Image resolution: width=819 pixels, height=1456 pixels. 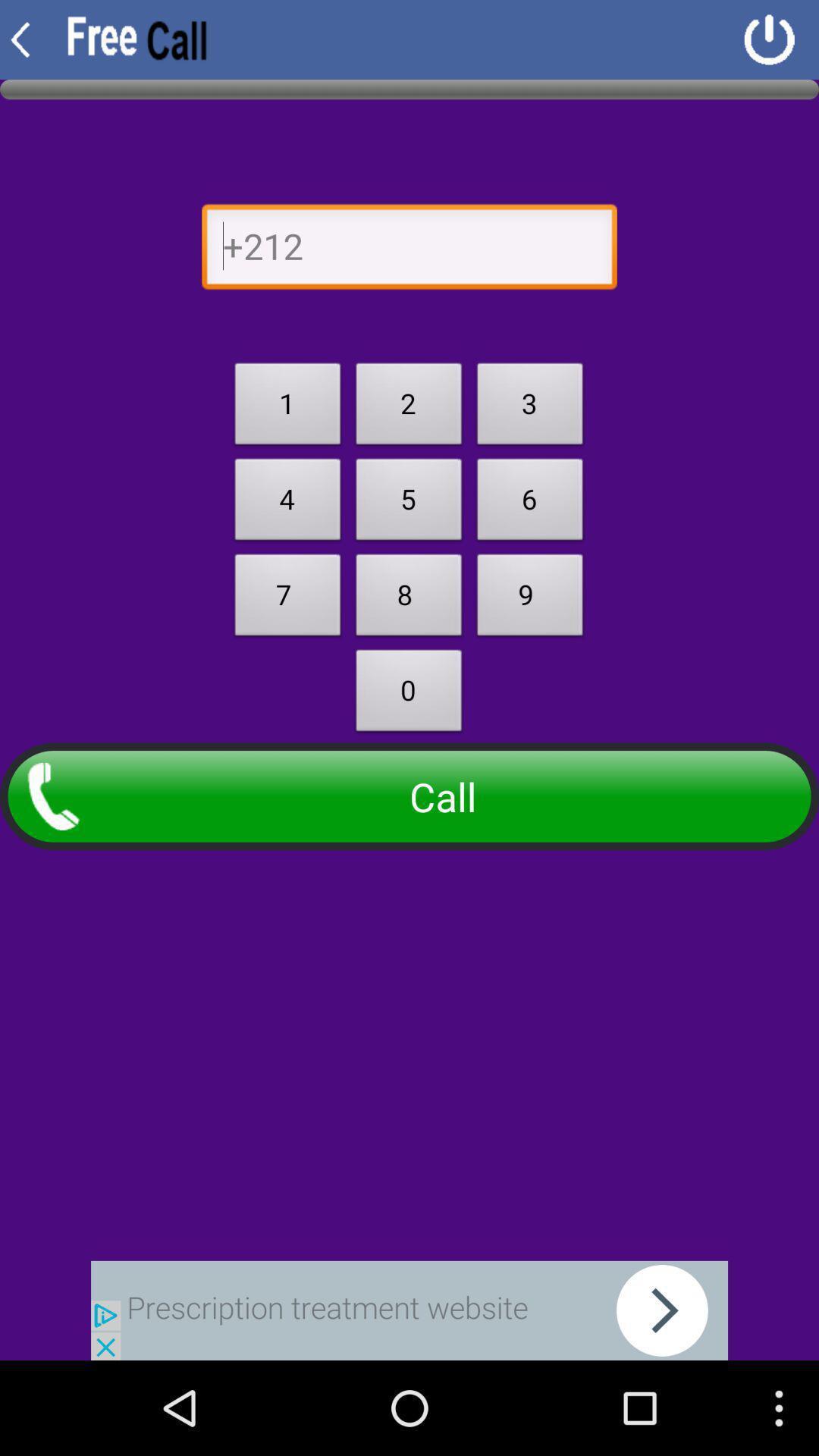 I want to click on seach, so click(x=409, y=1310).